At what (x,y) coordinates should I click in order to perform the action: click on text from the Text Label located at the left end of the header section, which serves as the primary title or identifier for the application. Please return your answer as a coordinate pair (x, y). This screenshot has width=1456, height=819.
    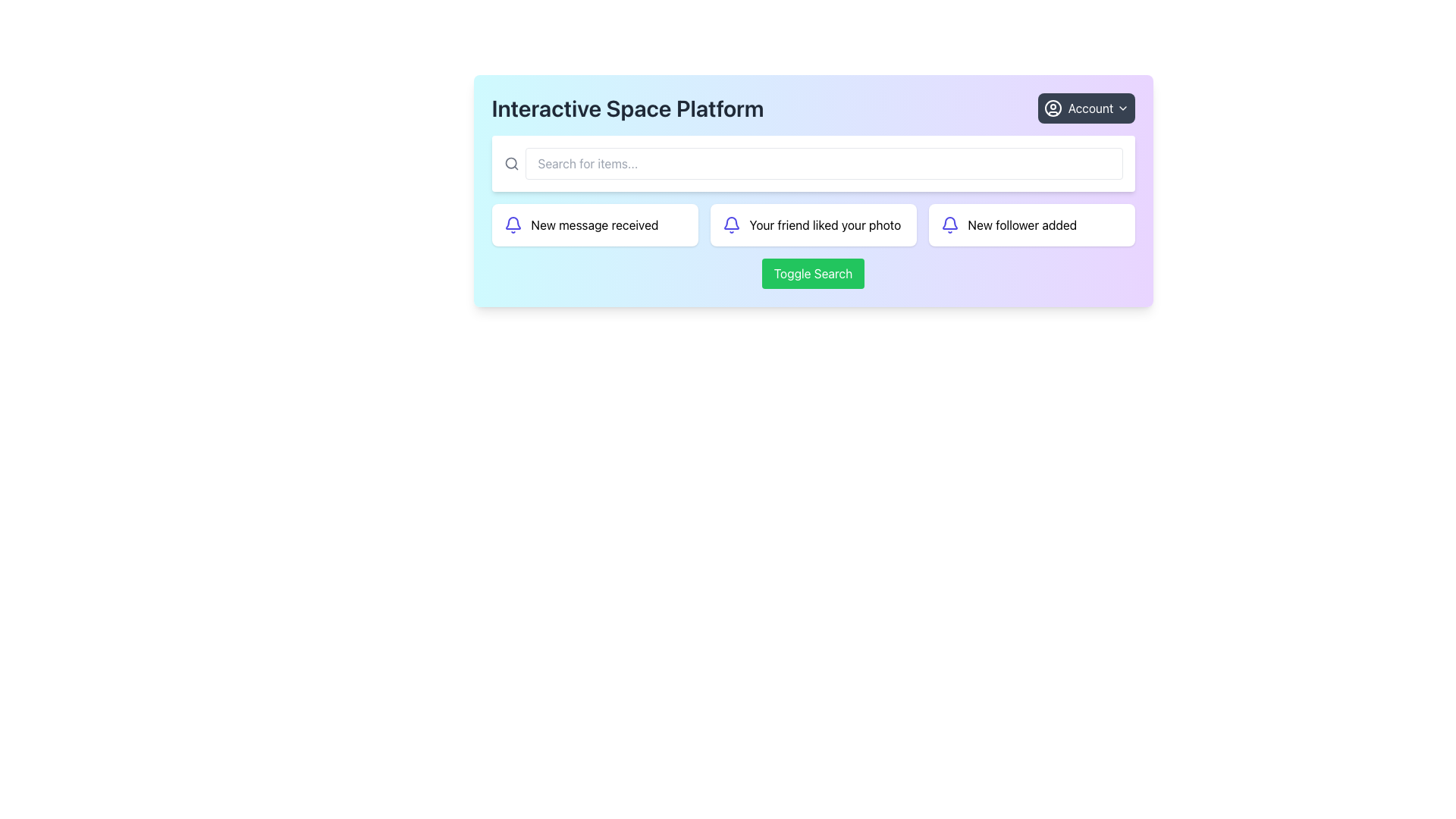
    Looking at the image, I should click on (628, 107).